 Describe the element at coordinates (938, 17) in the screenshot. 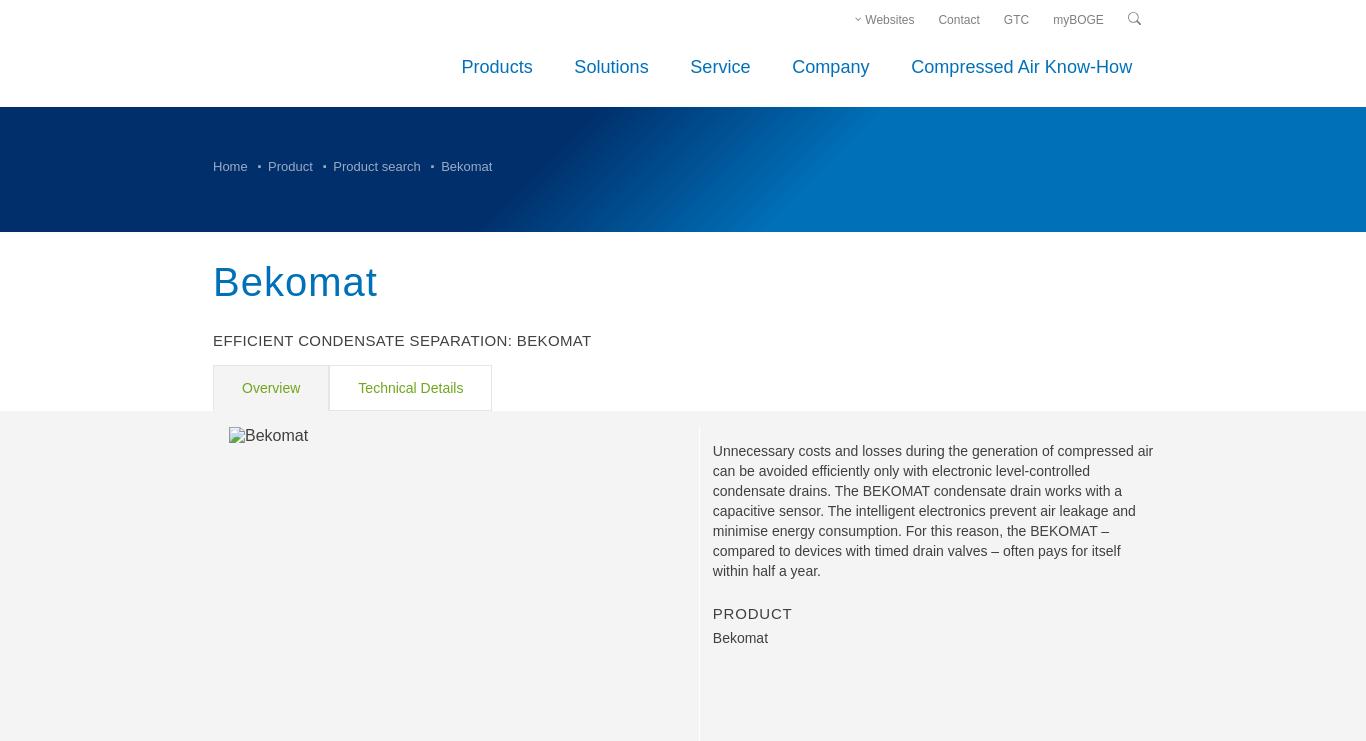

I see `'Contact'` at that location.